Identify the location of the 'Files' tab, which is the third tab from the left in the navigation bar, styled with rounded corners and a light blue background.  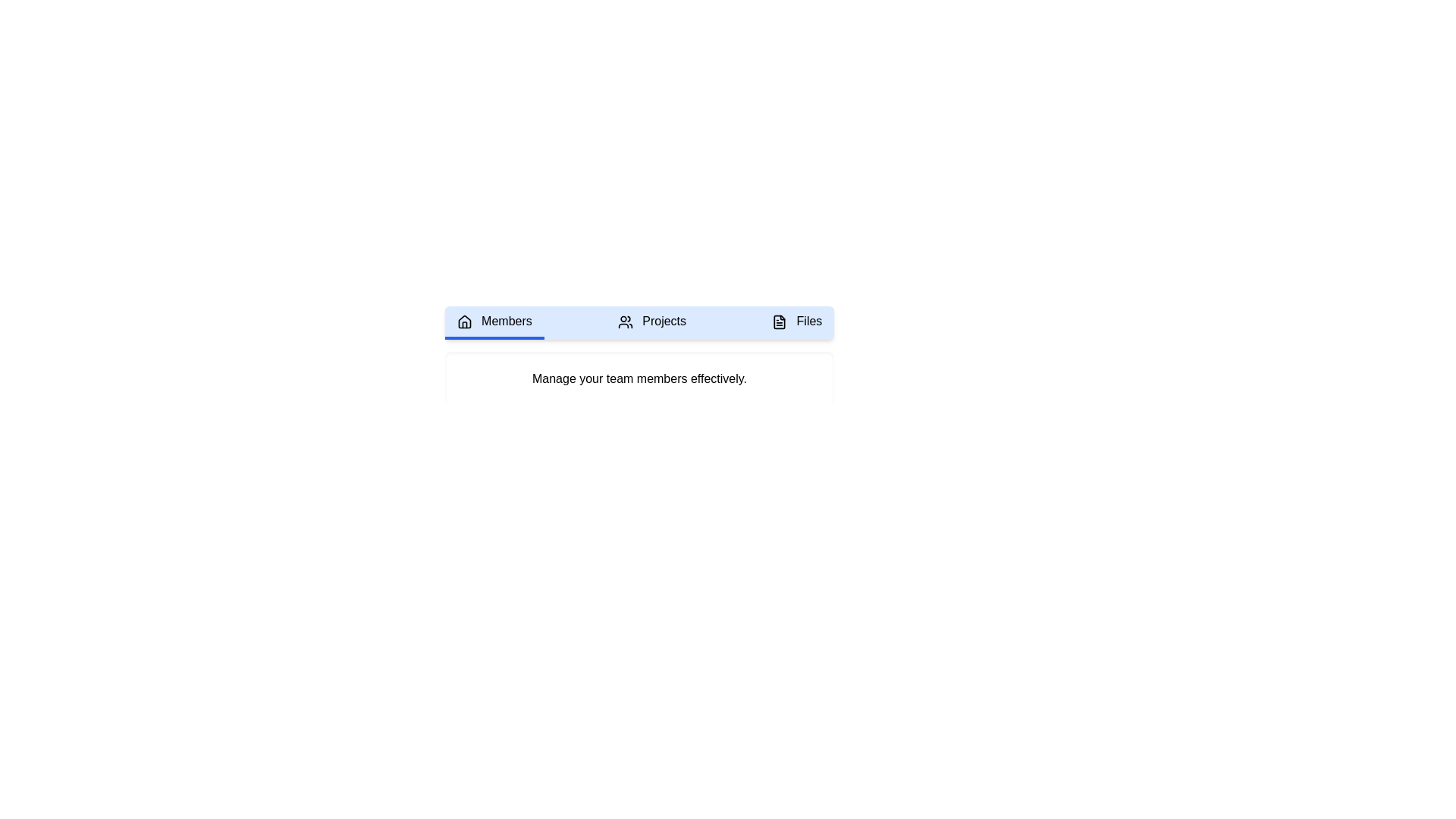
(796, 322).